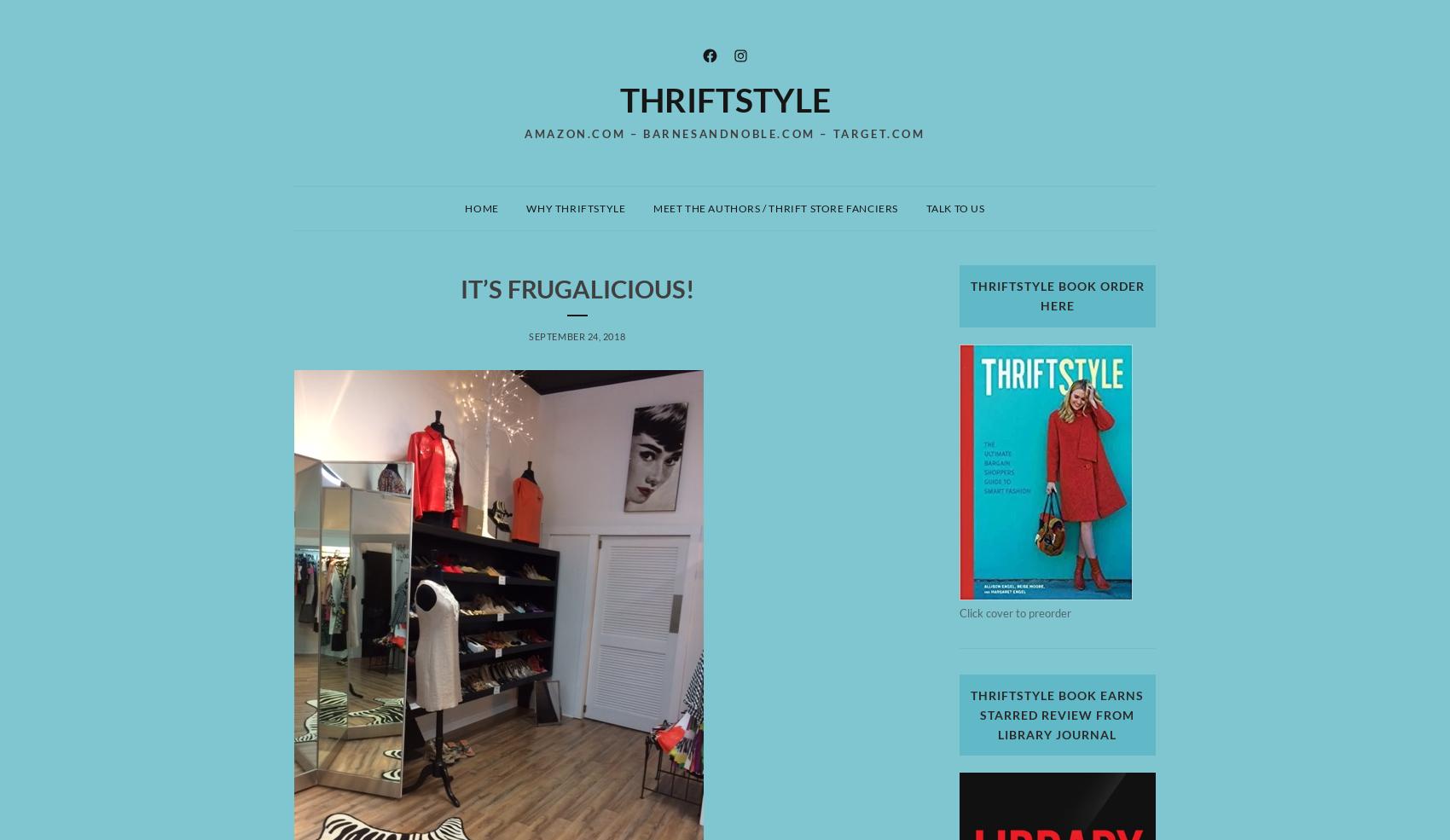 The width and height of the screenshot is (1450, 840). What do you see at coordinates (1055, 296) in the screenshot?
I see `'ThriftStyle Book Order Here'` at bounding box center [1055, 296].